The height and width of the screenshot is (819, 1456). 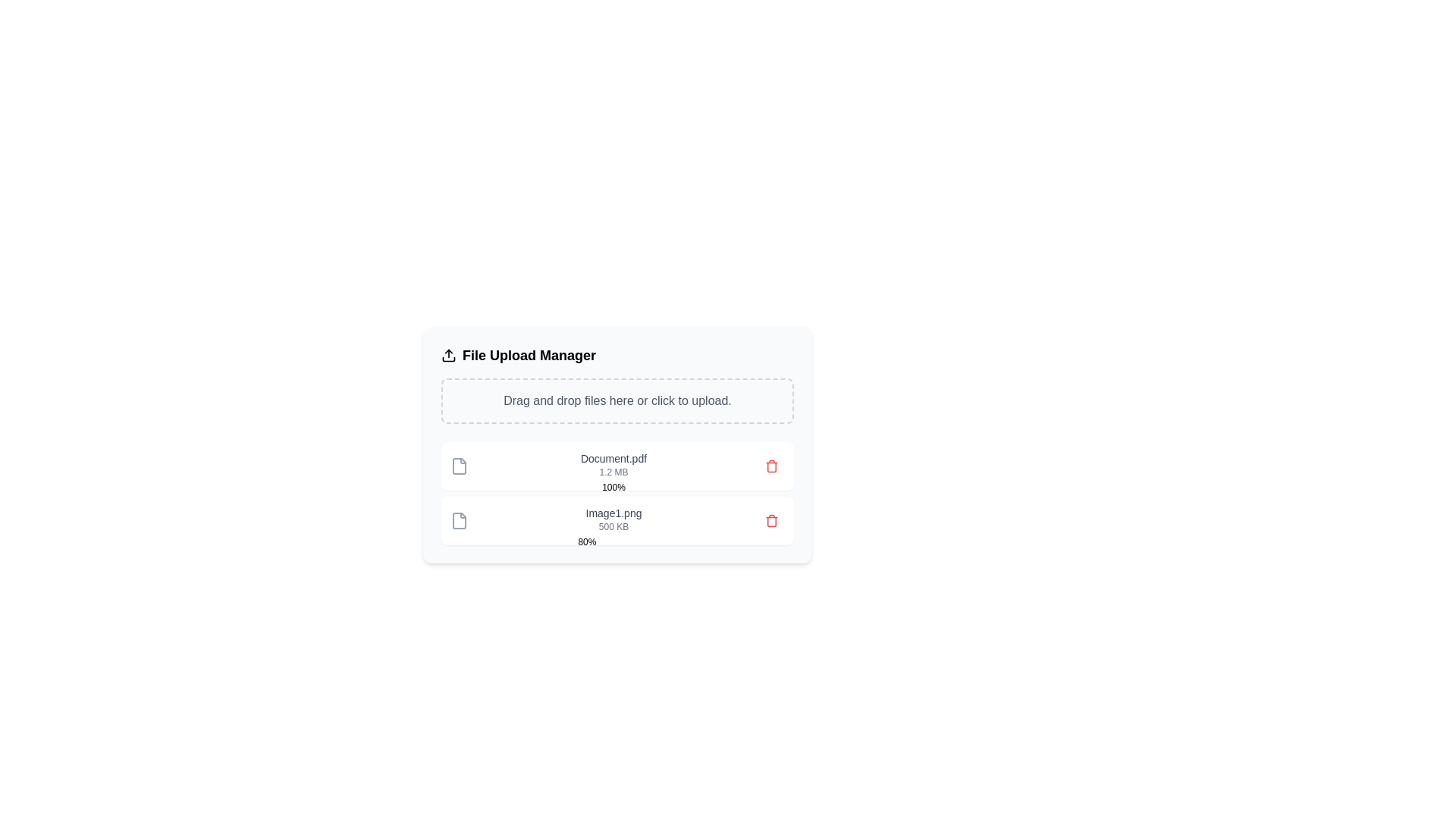 I want to click on the document icon located in the bottom row of the file list next to 'Image1.png', so click(x=458, y=519).